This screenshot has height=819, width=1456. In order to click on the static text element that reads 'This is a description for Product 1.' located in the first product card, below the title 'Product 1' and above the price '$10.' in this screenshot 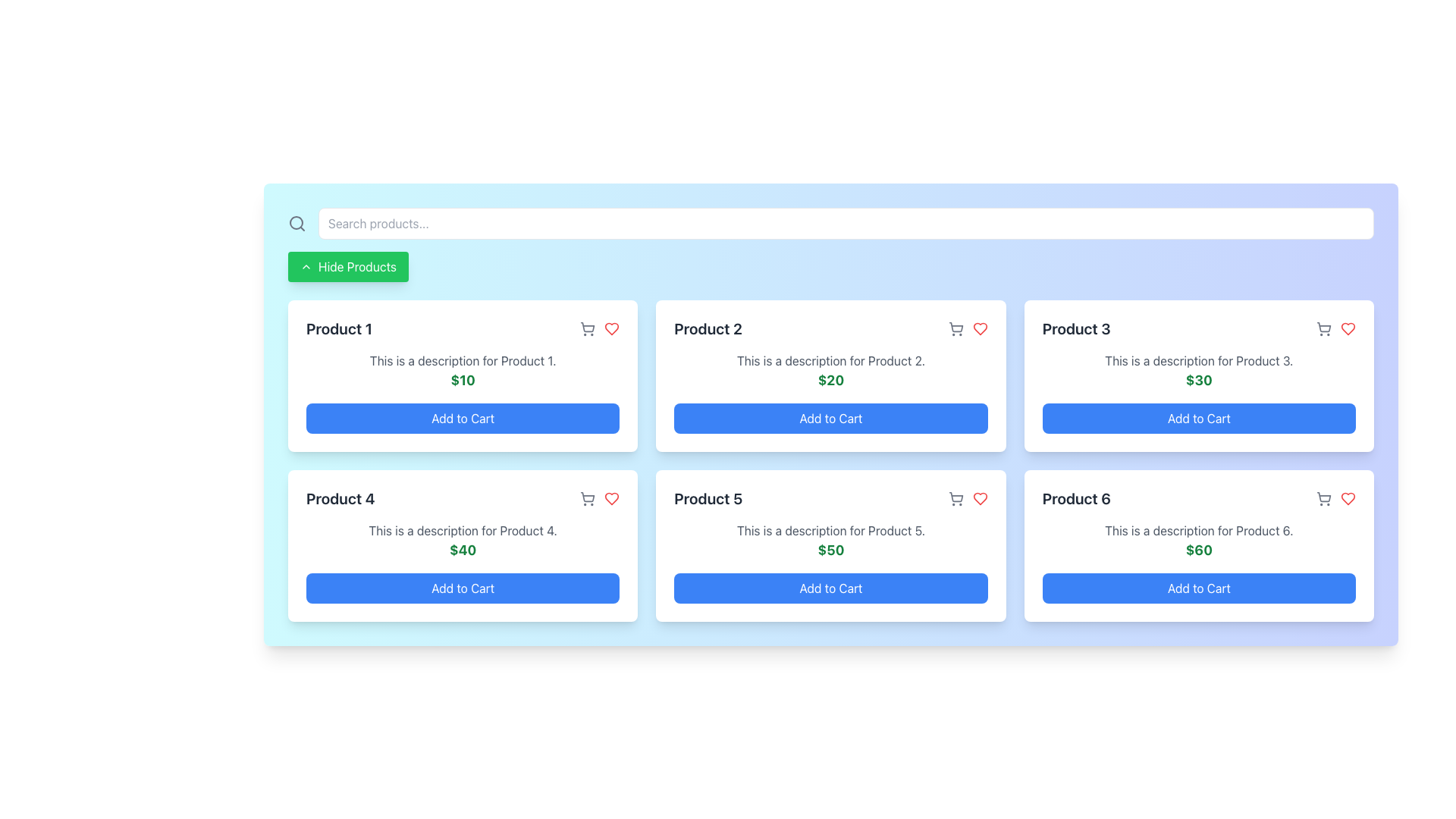, I will do `click(462, 360)`.